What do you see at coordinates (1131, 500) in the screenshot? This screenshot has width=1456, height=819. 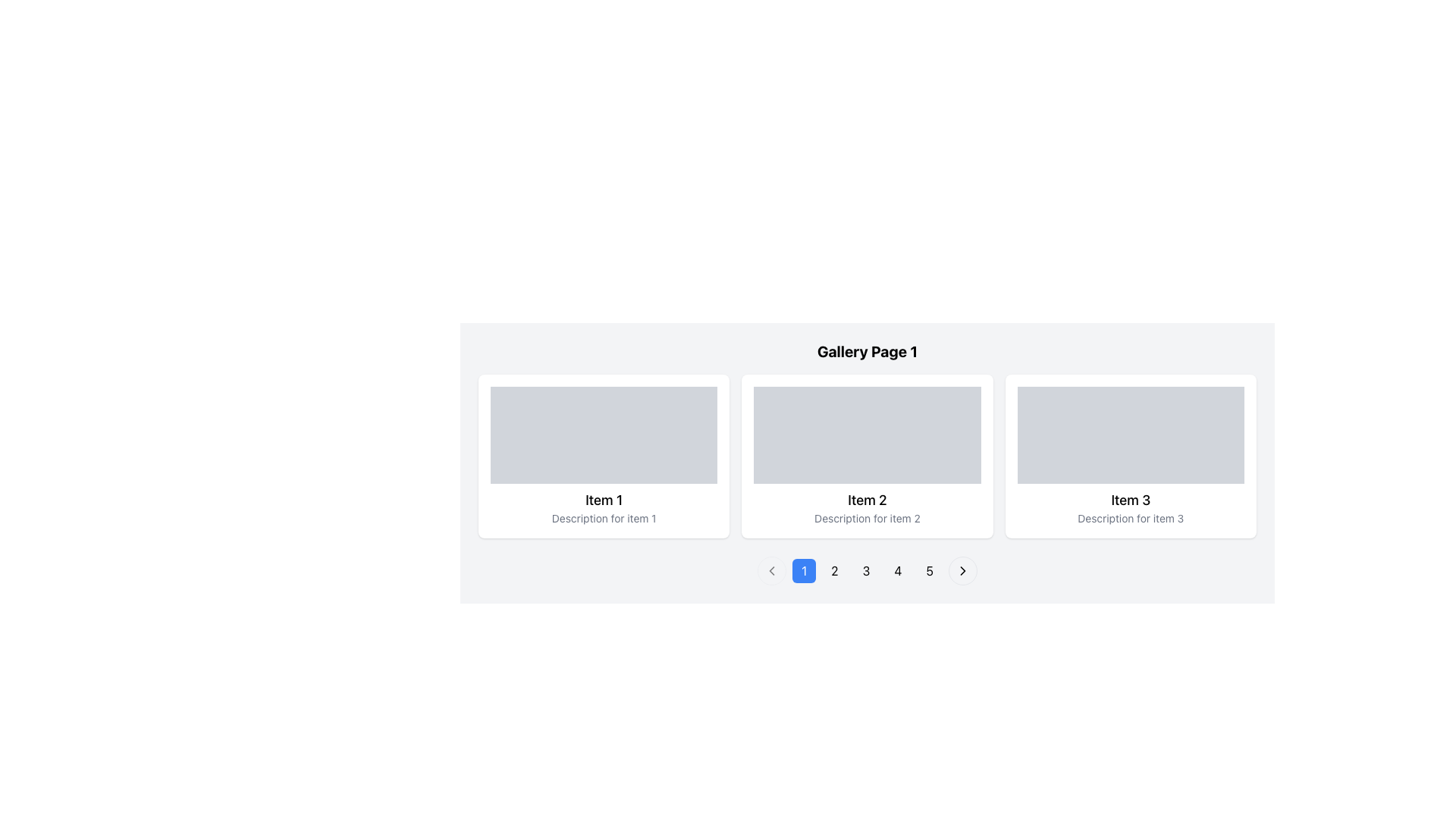 I see `the bold text element reading 'Item 3', which is styled with a medium font weight and located within a card layout above a smaller description text` at bounding box center [1131, 500].